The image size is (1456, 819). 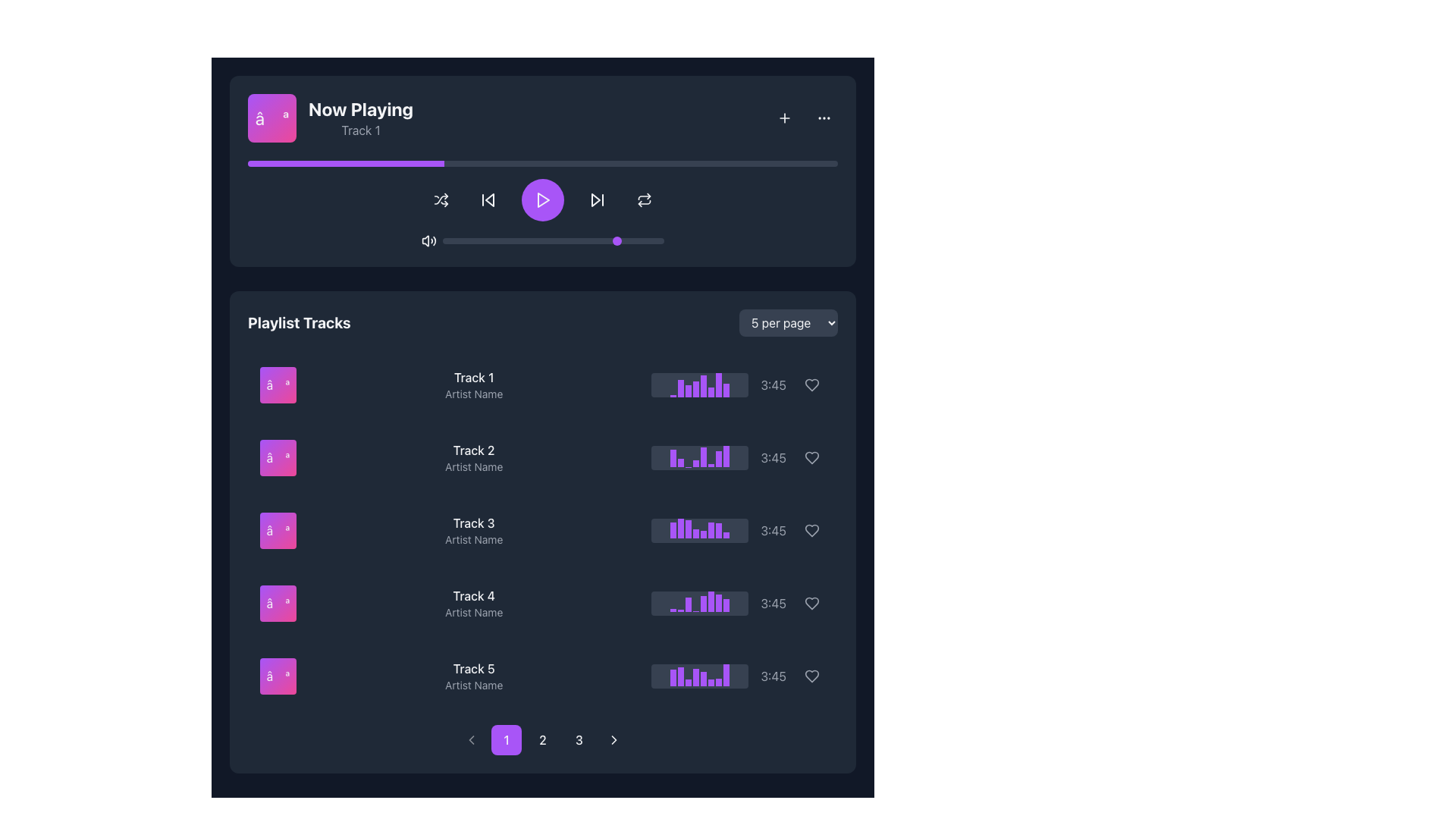 I want to click on the left-pointing chevron icon button, which is styled with a minimalist design and located at the bottom of the interface within the pagination section, so click(x=471, y=739).